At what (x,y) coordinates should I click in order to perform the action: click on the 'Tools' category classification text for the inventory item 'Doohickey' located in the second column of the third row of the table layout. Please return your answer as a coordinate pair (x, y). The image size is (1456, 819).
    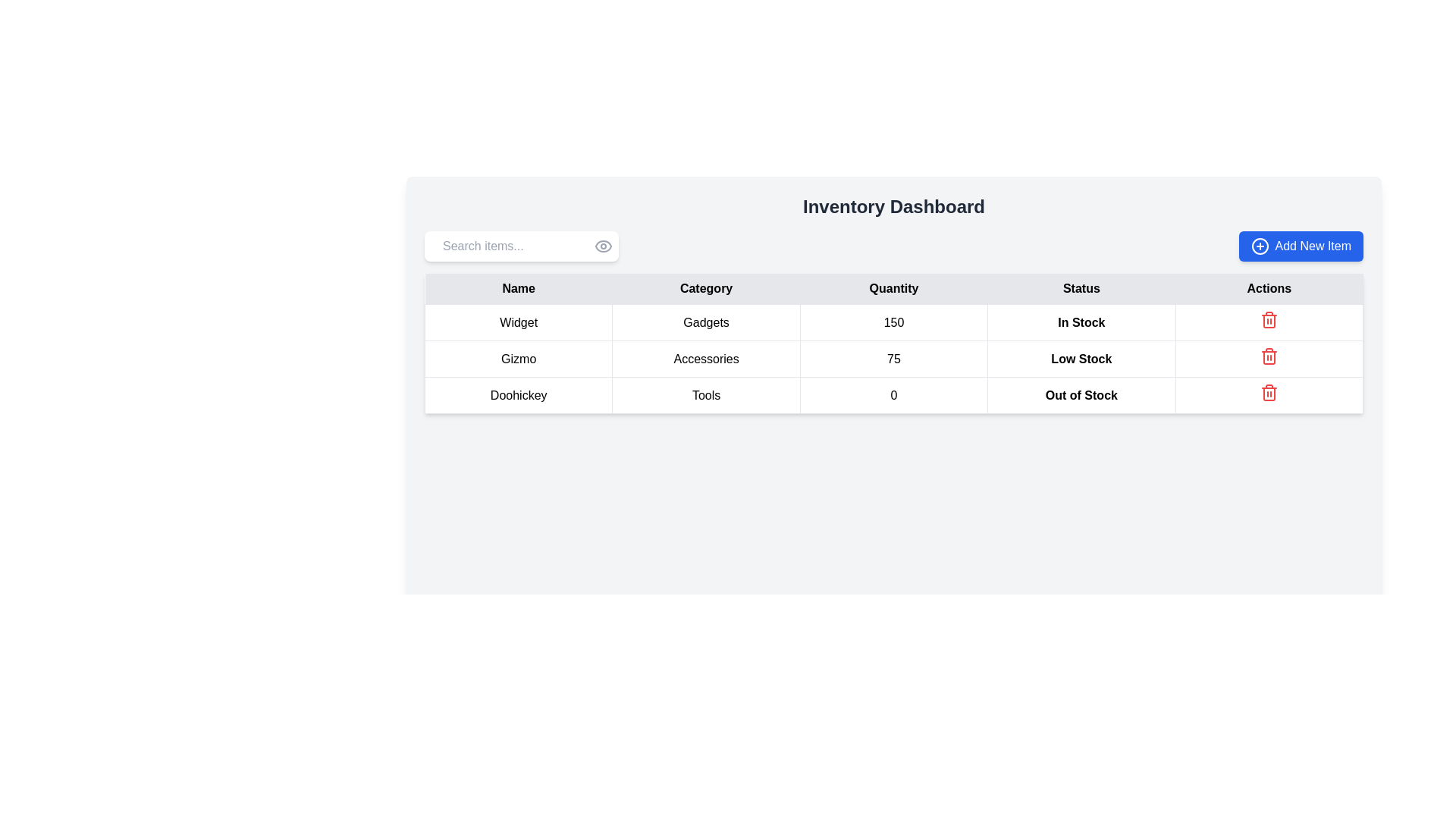
    Looking at the image, I should click on (705, 394).